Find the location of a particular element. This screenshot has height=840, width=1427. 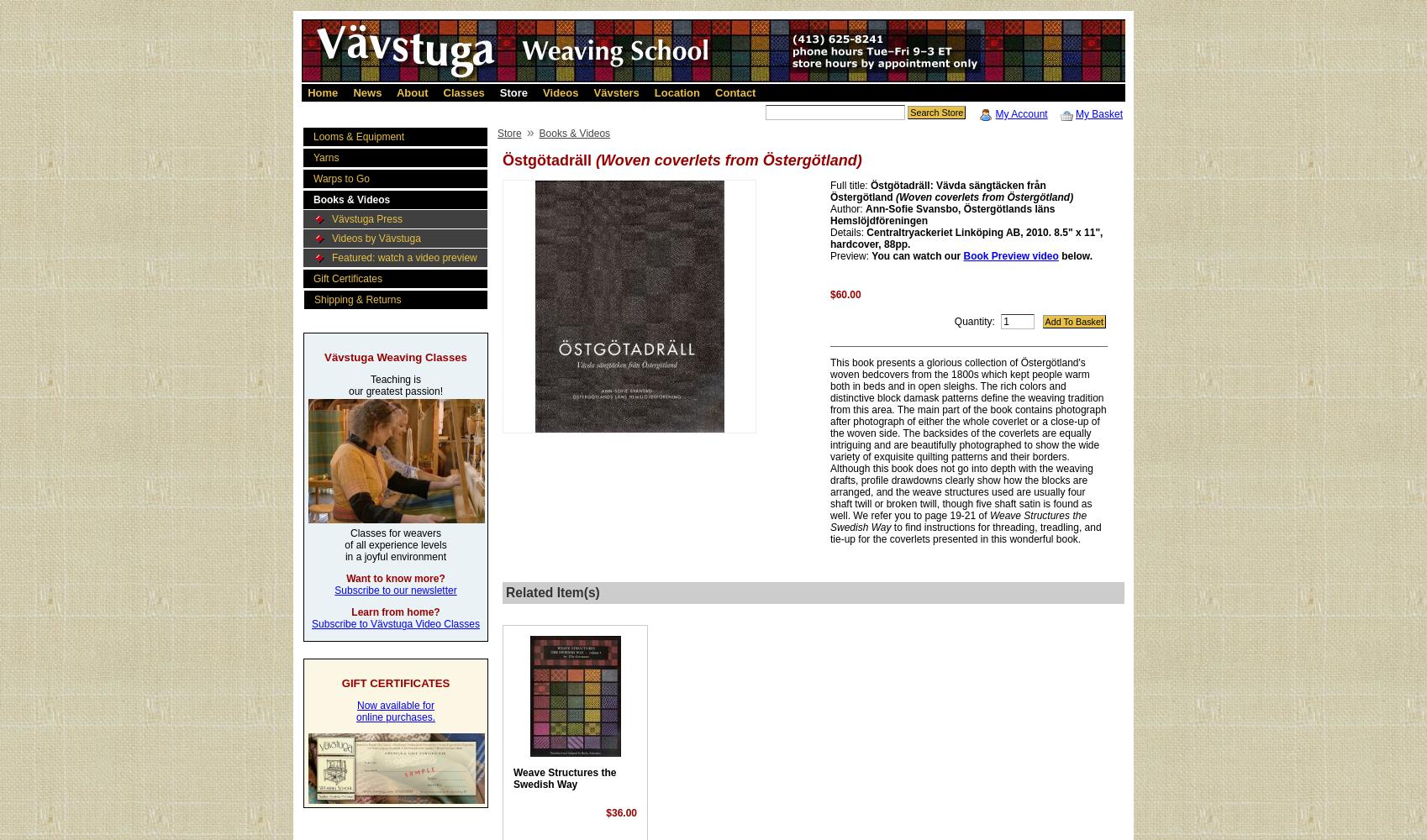

'below.' is located at coordinates (1074, 256).